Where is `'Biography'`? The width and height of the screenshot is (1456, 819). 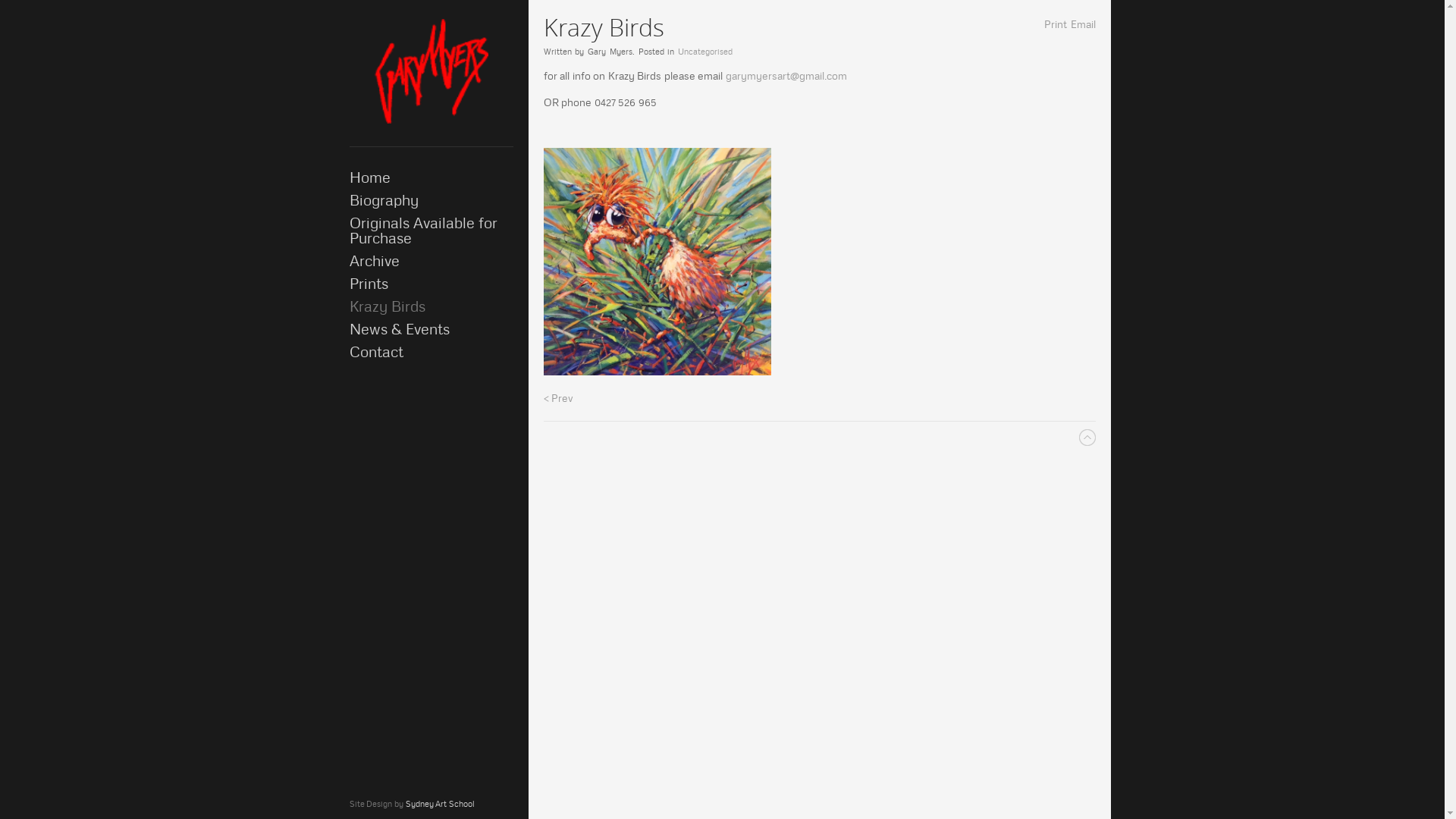
'Biography' is located at coordinates (429, 199).